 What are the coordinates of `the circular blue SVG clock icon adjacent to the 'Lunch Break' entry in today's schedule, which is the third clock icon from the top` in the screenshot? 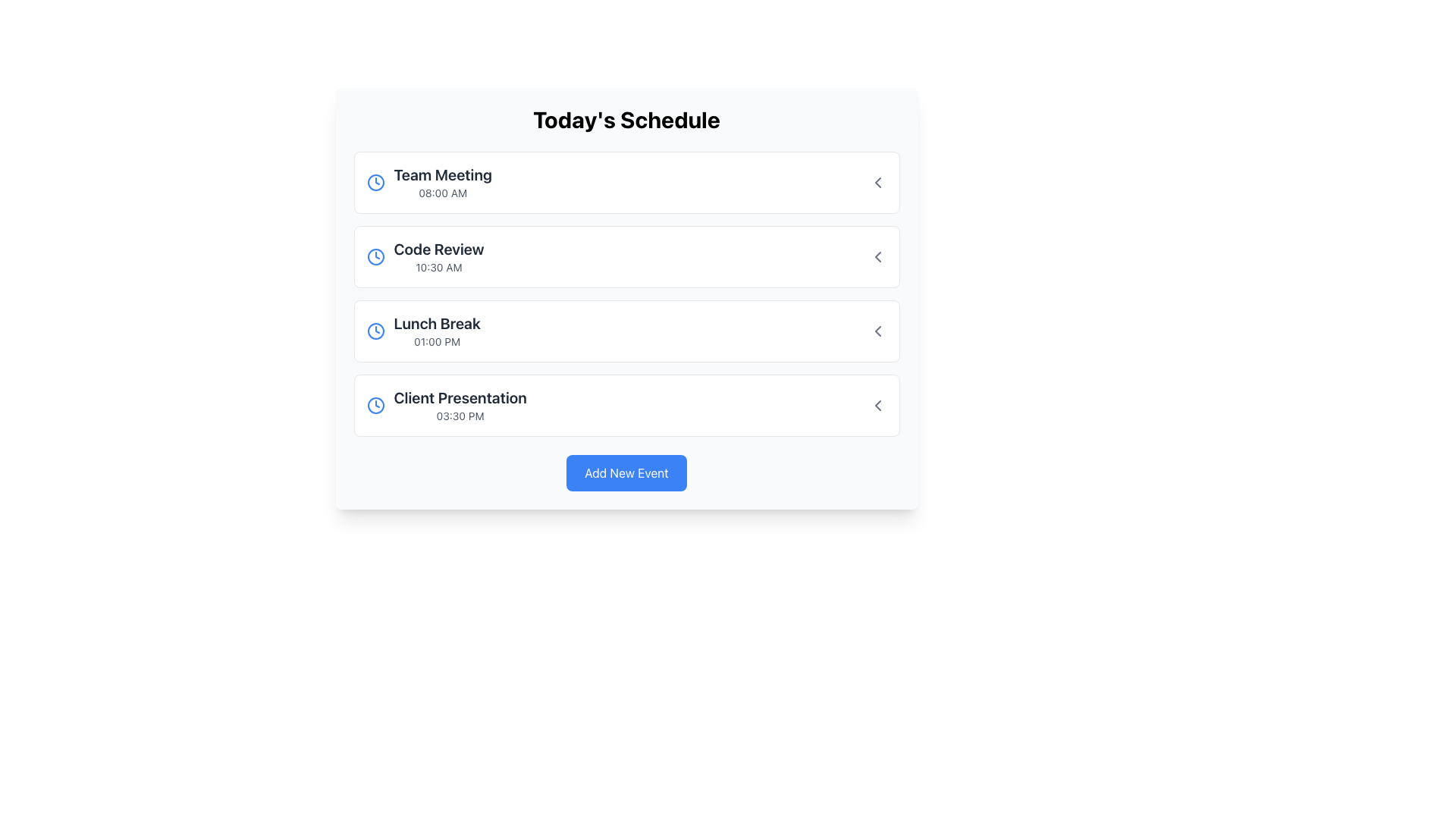 It's located at (375, 330).